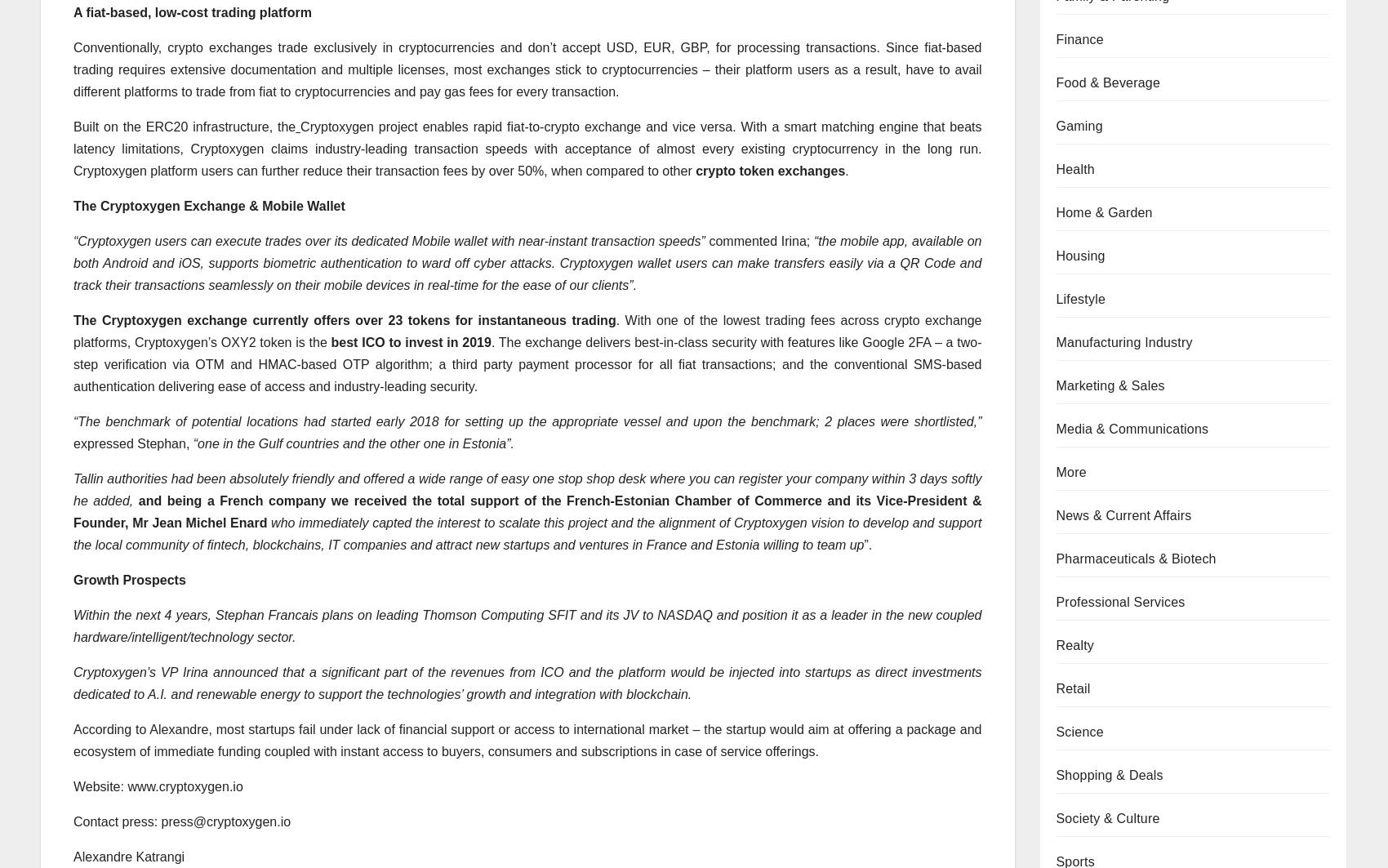  Describe the element at coordinates (73, 205) in the screenshot. I see `'The Cryptoxygen Exchange & Mobile Wallet'` at that location.